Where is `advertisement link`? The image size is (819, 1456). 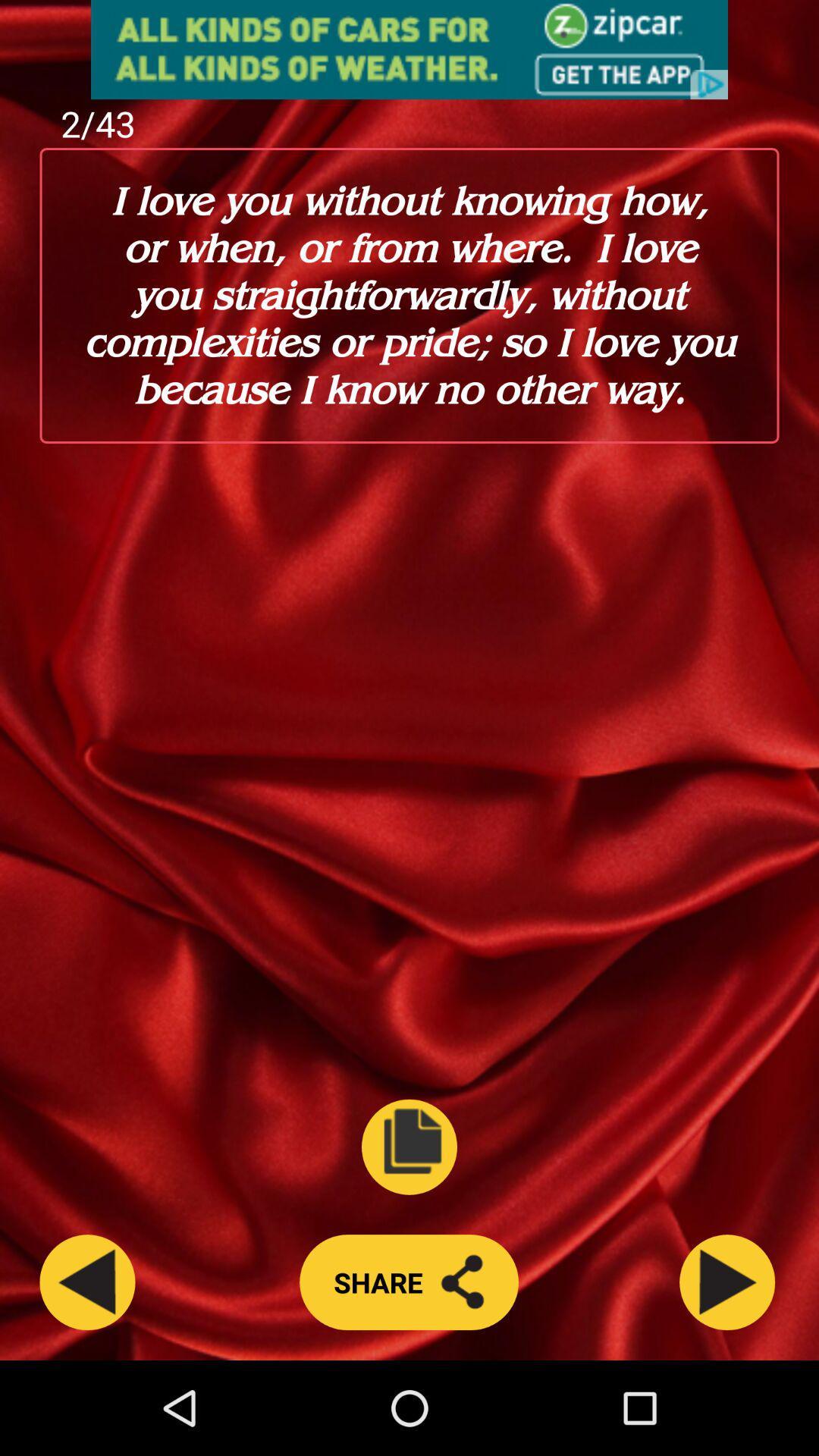
advertisement link is located at coordinates (409, 49).